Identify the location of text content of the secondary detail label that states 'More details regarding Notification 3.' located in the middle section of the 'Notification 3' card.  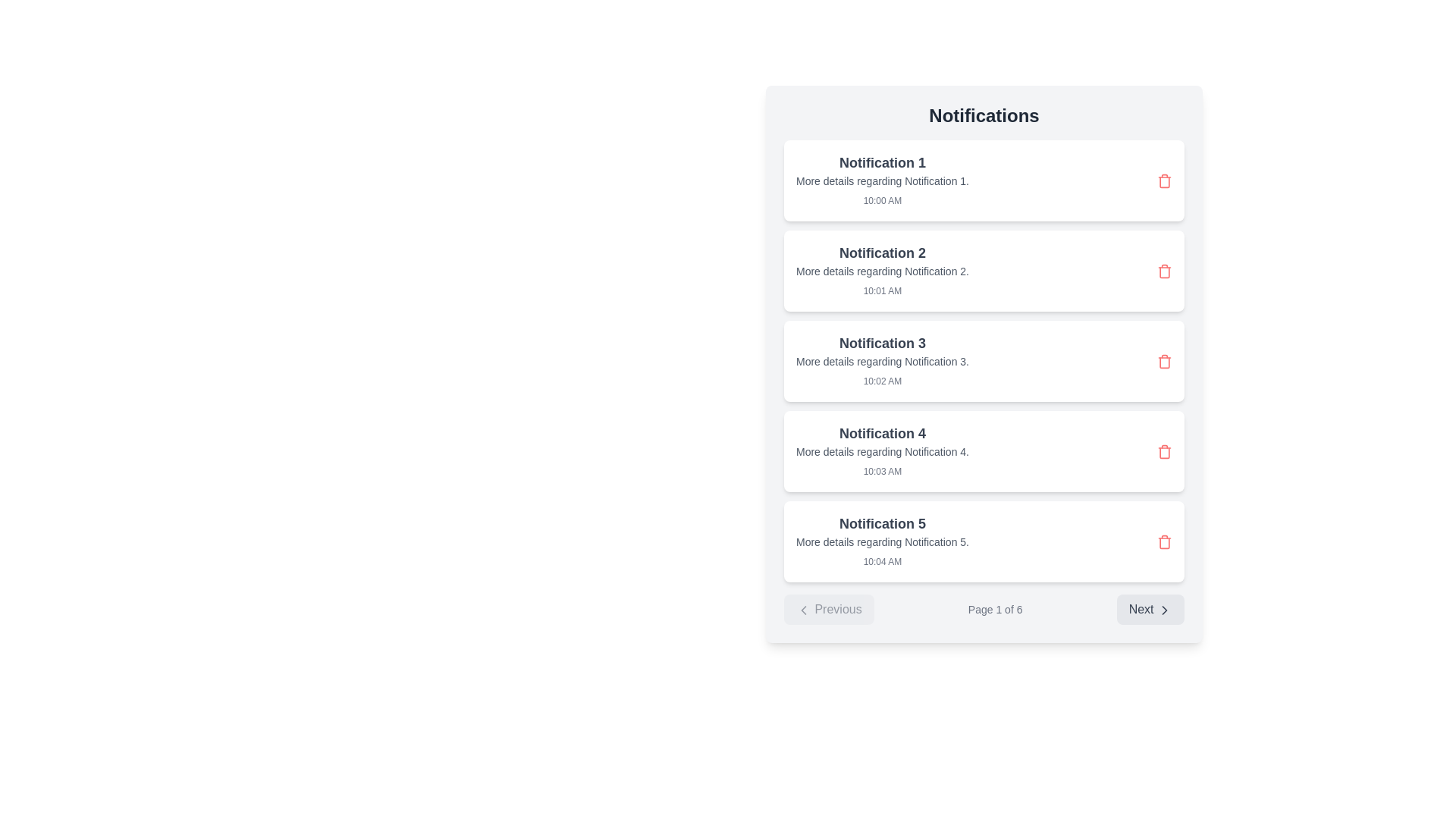
(883, 362).